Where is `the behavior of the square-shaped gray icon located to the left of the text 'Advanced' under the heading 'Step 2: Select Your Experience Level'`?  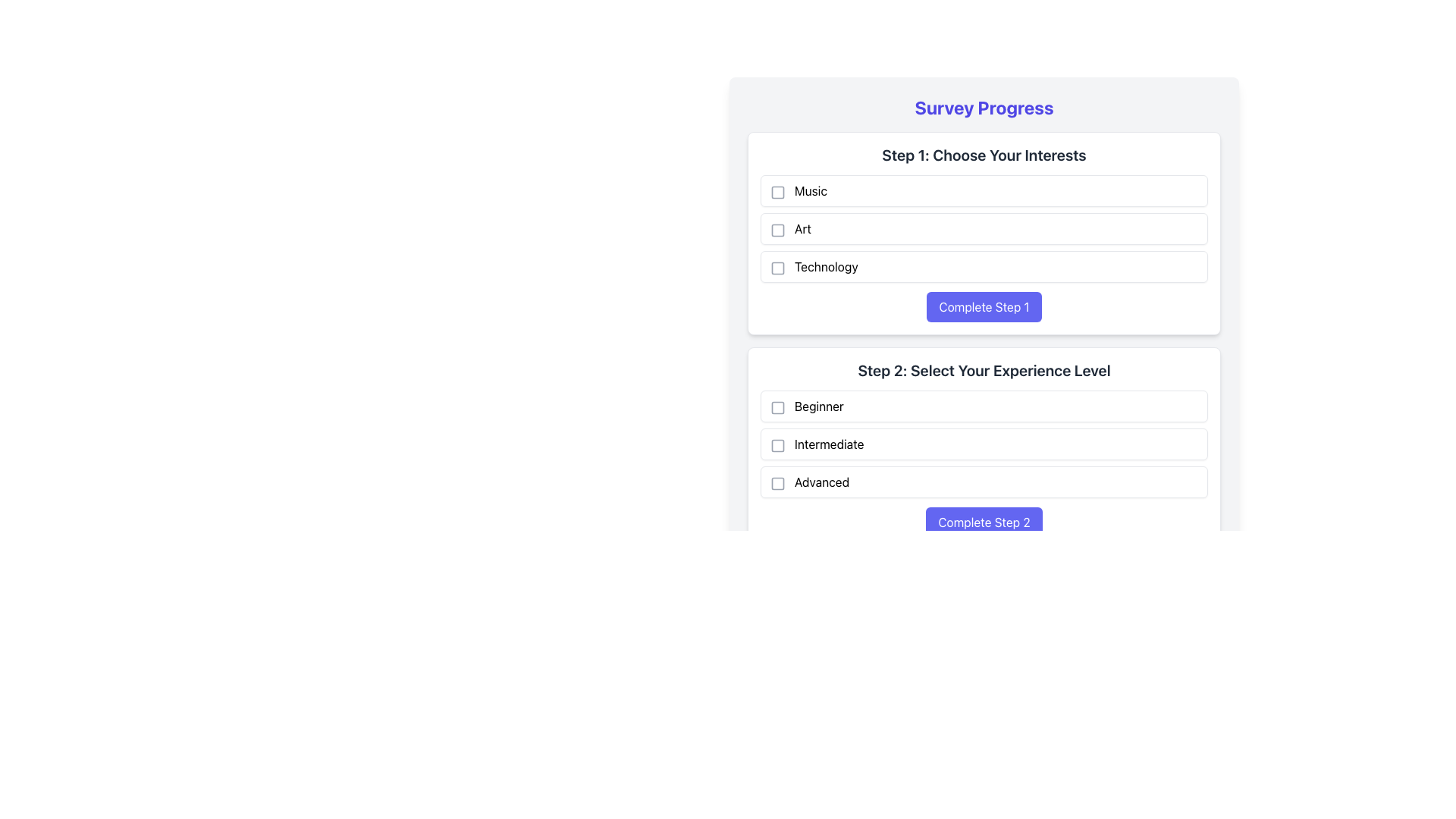 the behavior of the square-shaped gray icon located to the left of the text 'Advanced' under the heading 'Step 2: Select Your Experience Level' is located at coordinates (778, 482).